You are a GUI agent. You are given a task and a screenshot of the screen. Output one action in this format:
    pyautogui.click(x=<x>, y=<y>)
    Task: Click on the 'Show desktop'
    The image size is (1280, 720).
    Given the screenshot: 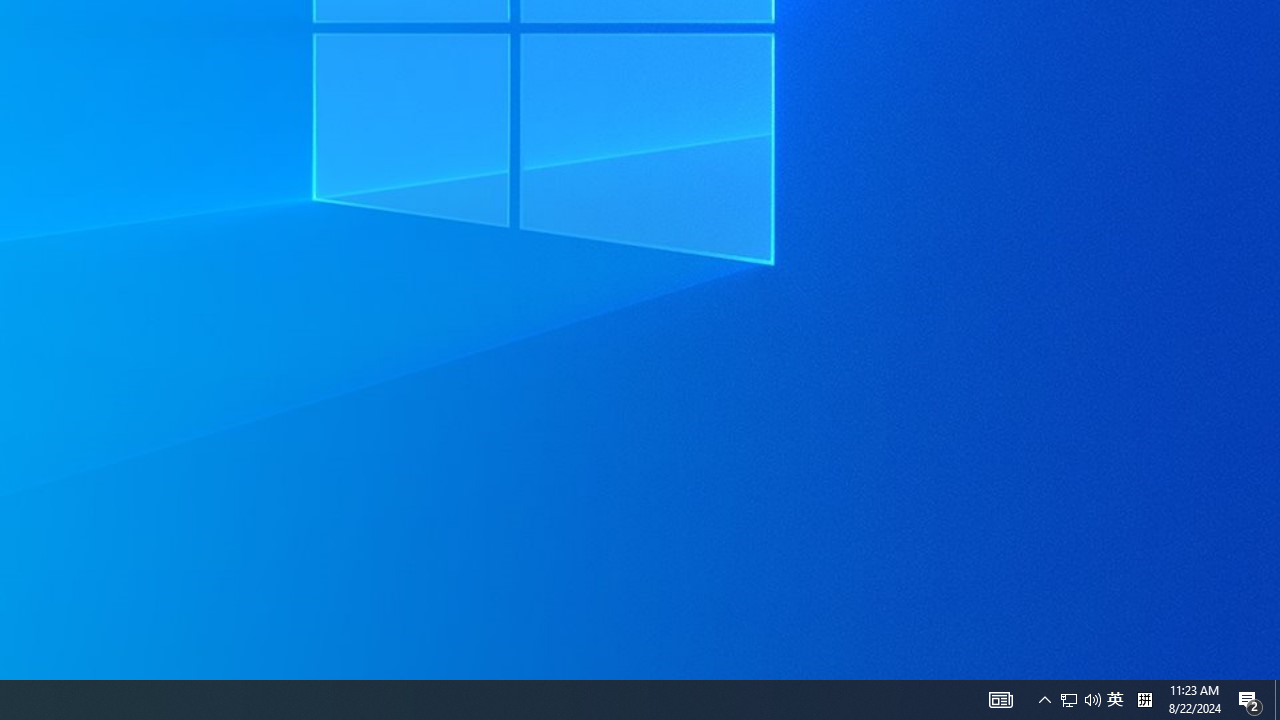 What is the action you would take?
    pyautogui.click(x=1276, y=698)
    